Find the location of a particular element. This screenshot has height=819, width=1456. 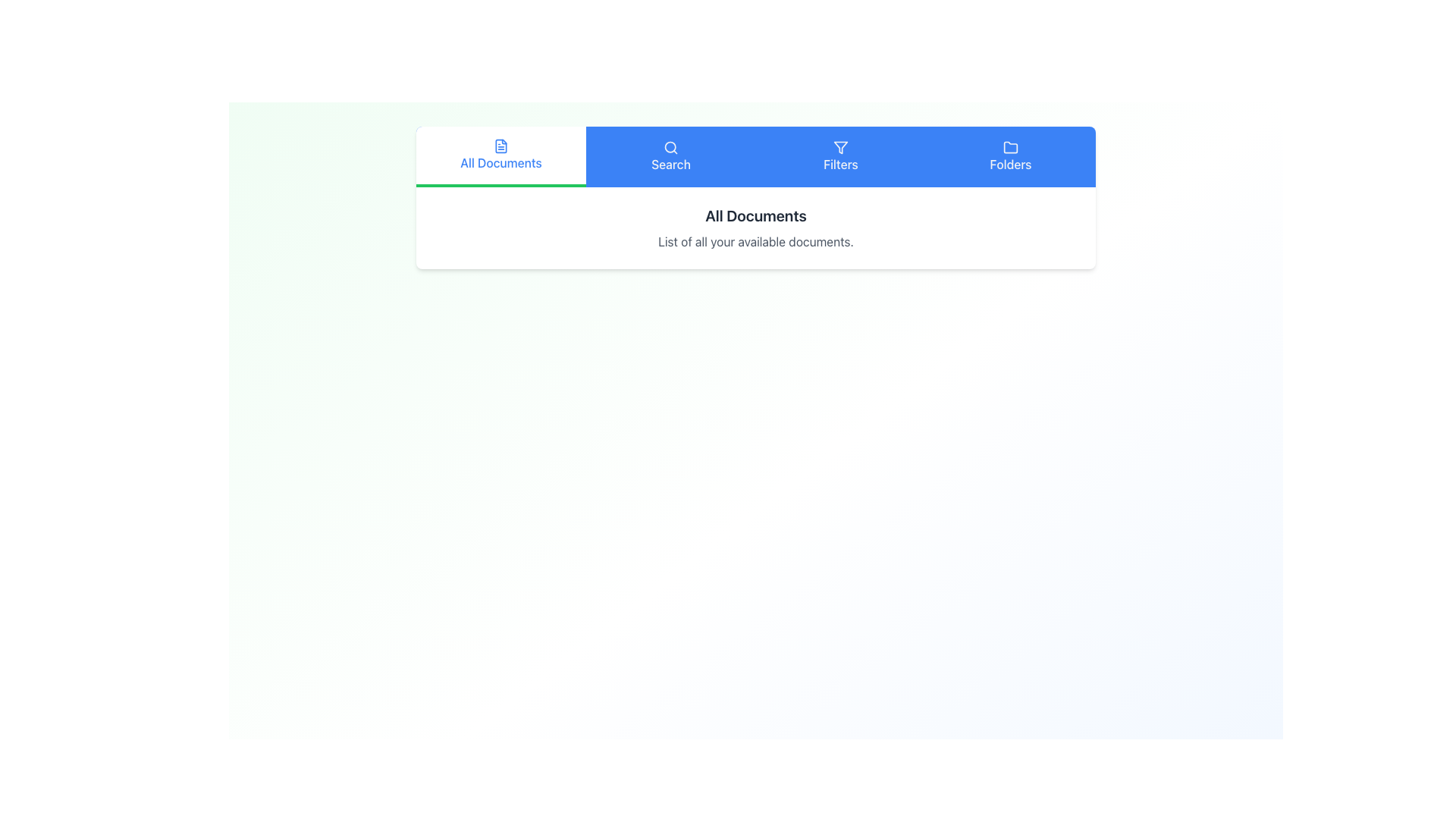

the document icon is located at coordinates (501, 146).